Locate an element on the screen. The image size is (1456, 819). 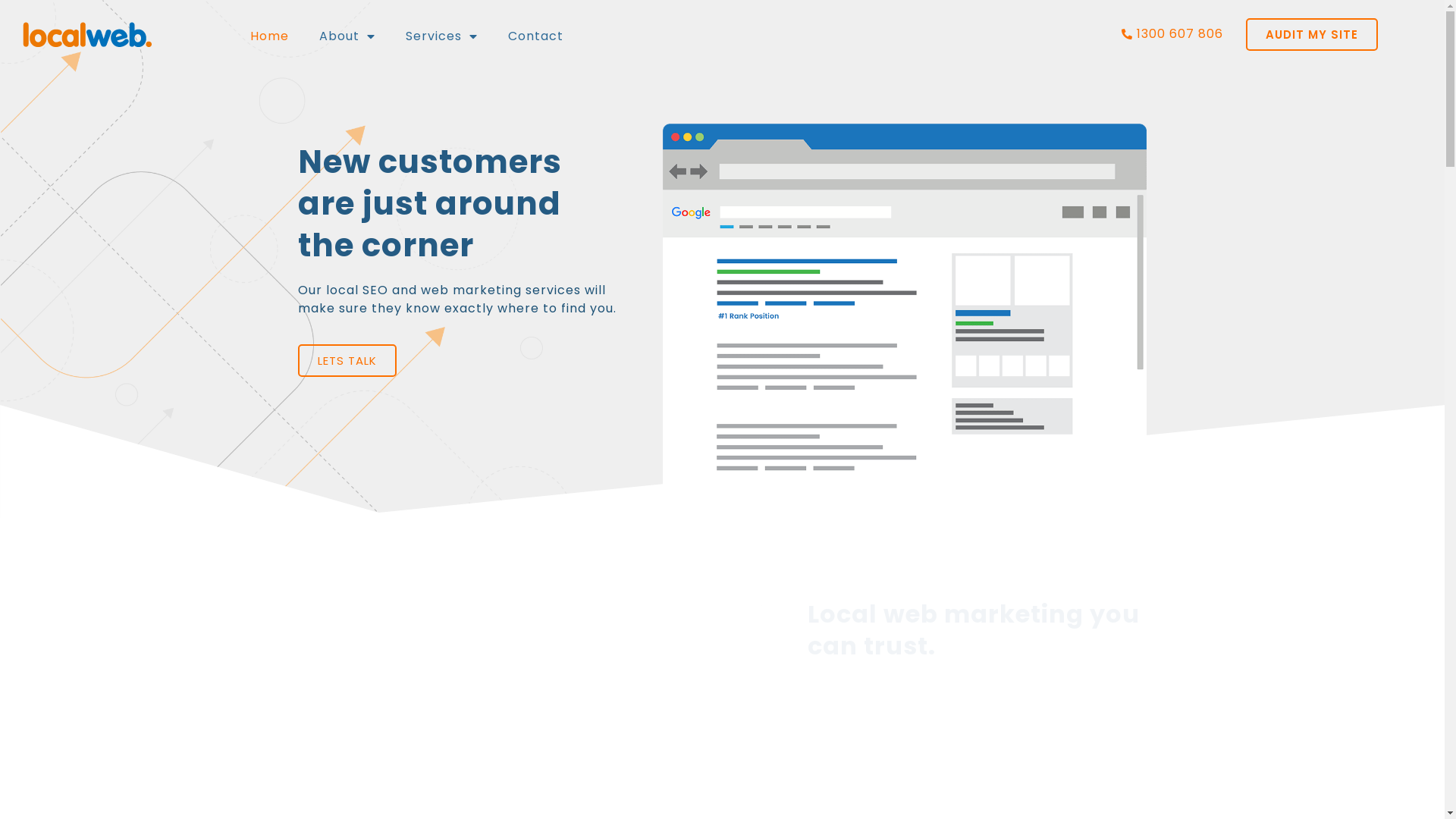
'About' is located at coordinates (346, 34).